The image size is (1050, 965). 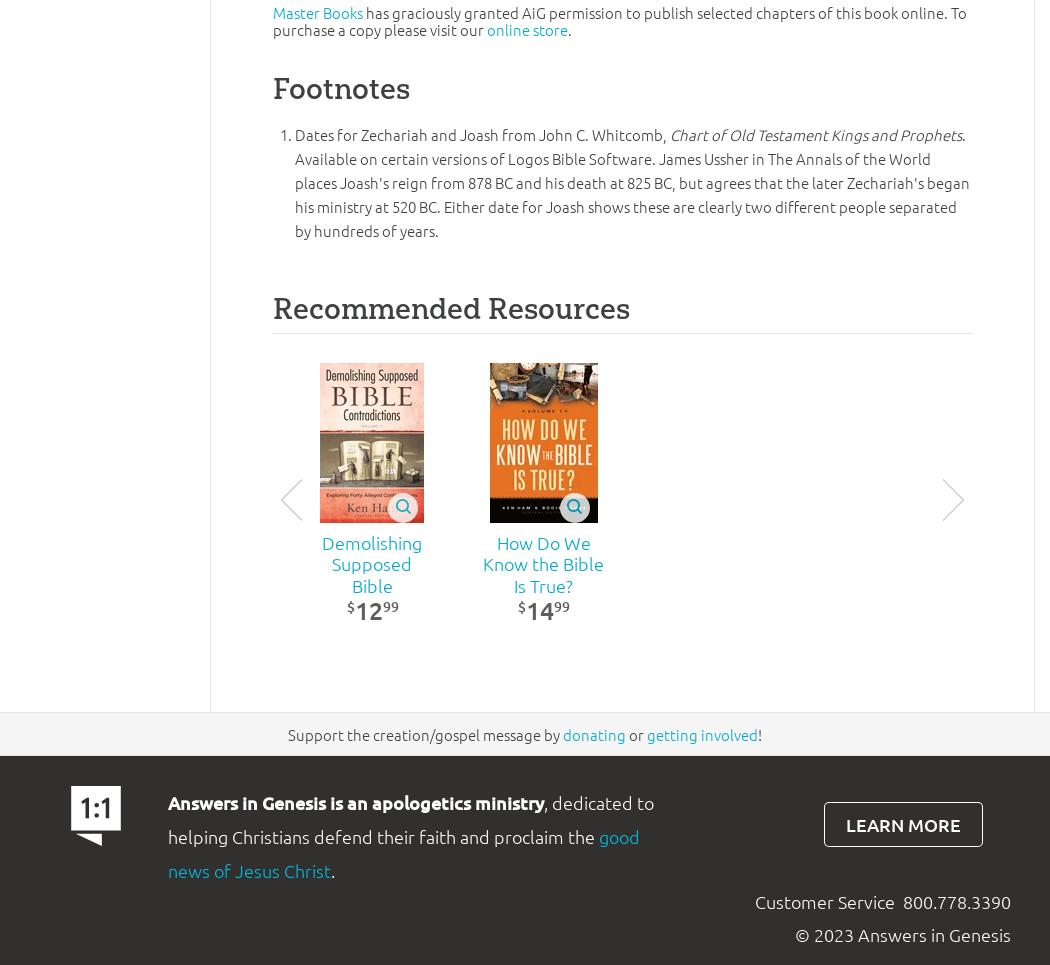 What do you see at coordinates (486, 28) in the screenshot?
I see `'online store'` at bounding box center [486, 28].